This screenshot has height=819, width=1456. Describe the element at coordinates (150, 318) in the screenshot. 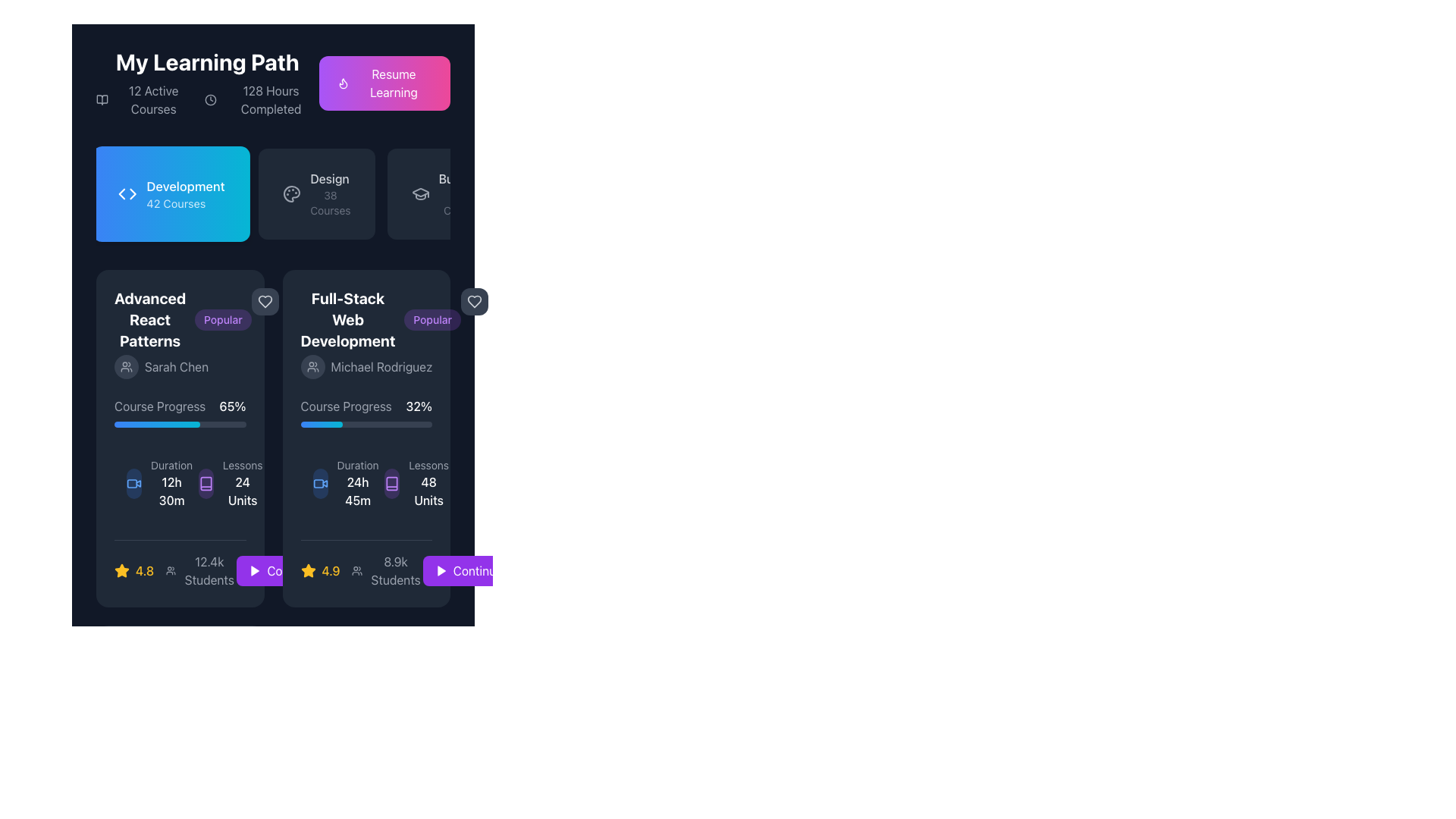

I see `the text block titled 'Advanced React Patterns', which is prominently displayed in white text at the top section of the course card` at that location.